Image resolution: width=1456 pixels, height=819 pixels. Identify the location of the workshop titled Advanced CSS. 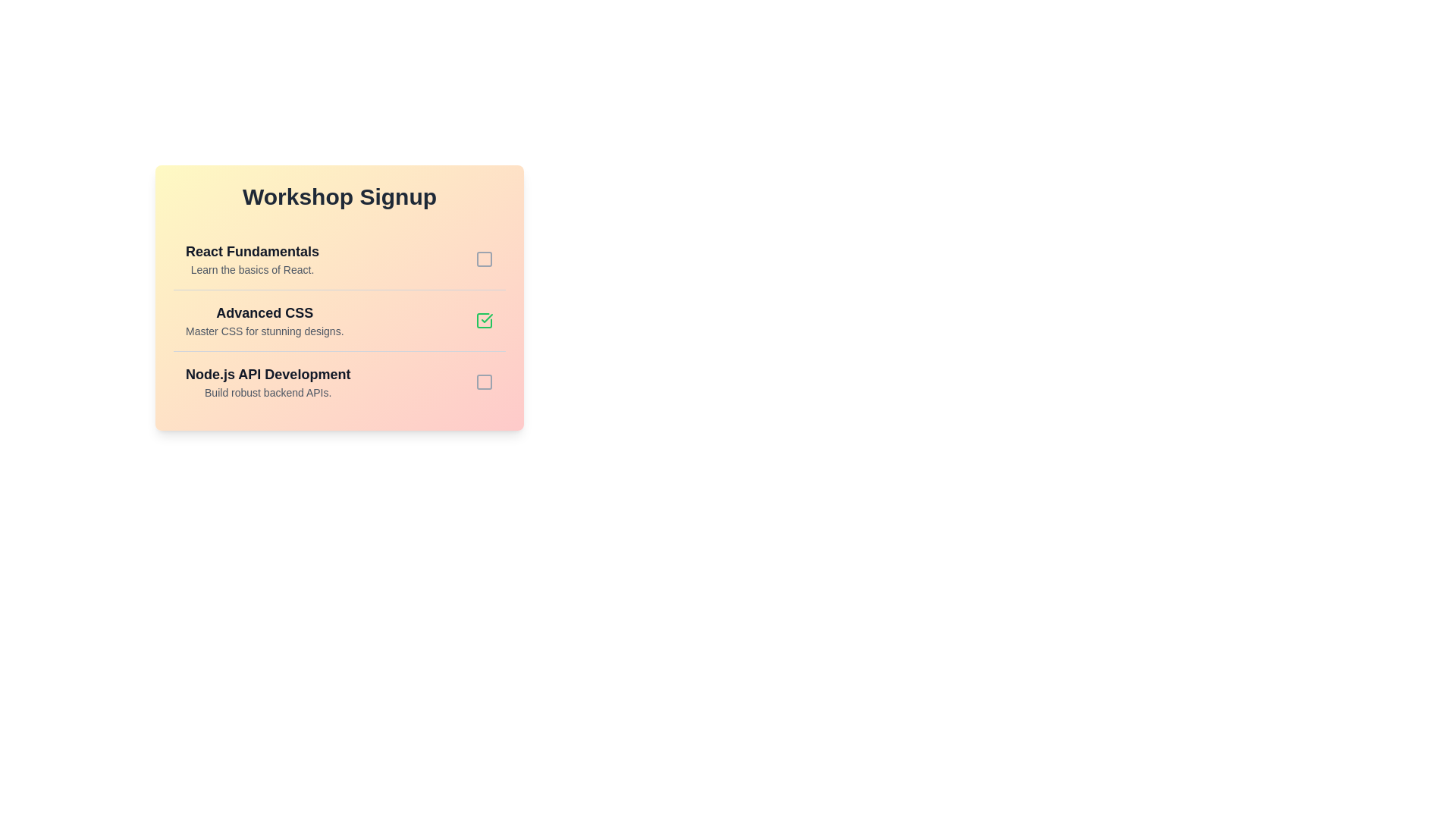
(265, 320).